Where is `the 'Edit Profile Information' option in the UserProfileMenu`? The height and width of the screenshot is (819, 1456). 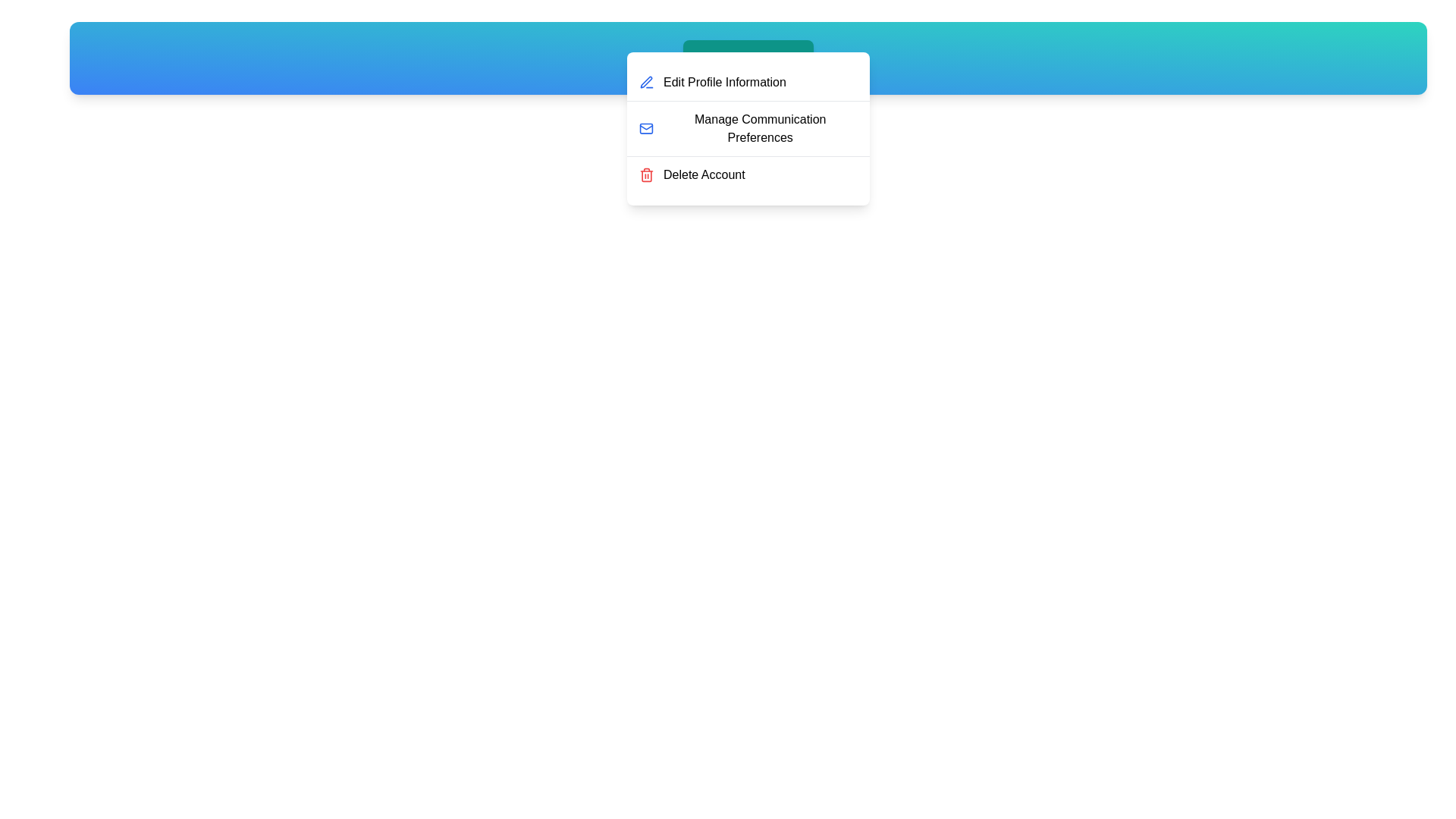
the 'Edit Profile Information' option in the UserProfileMenu is located at coordinates (748, 82).